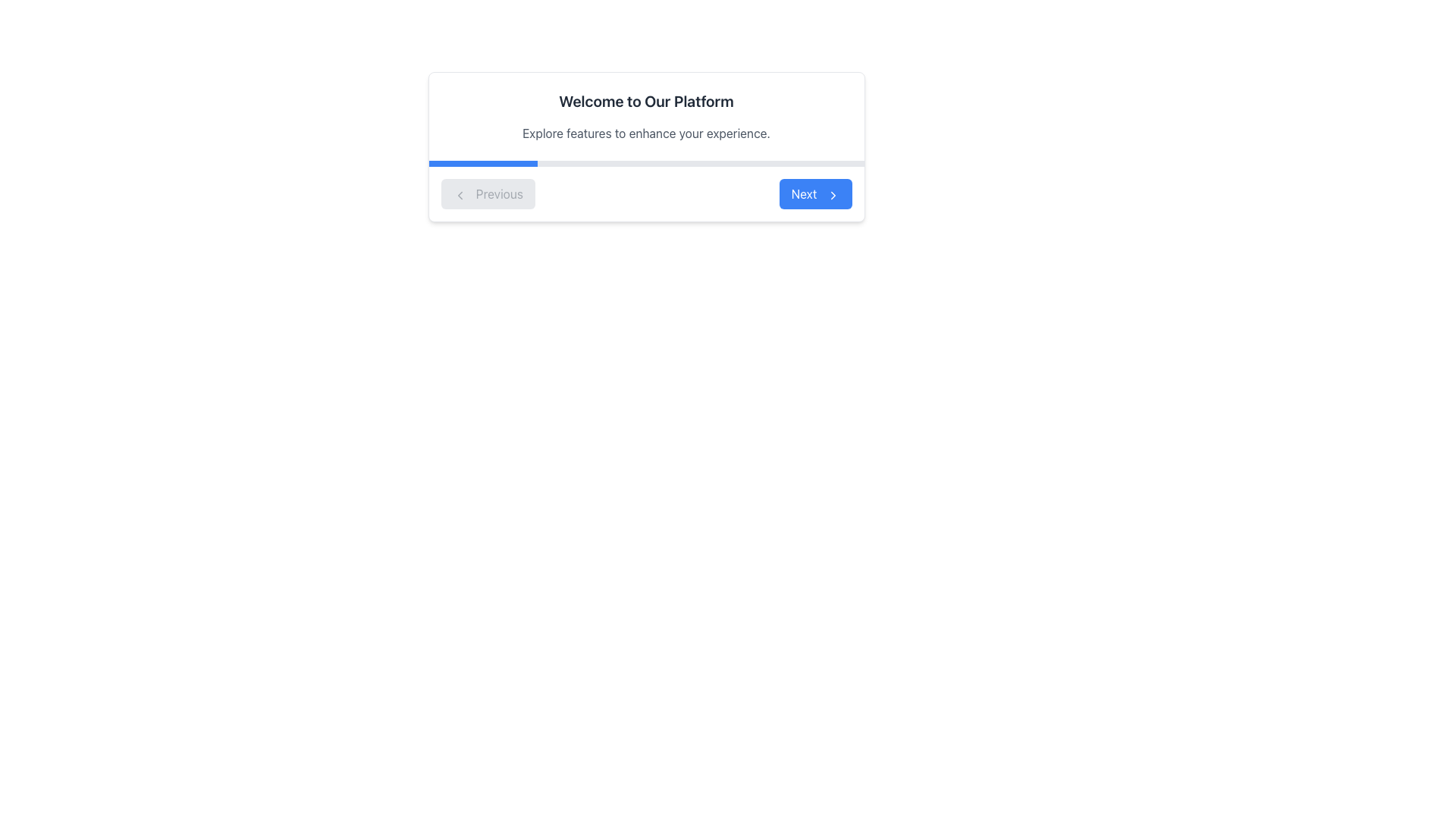  Describe the element at coordinates (646, 133) in the screenshot. I see `the Text Label displaying 'Explore features to enhance your experience.' which is located below the heading 'Welcome to Our Platform.'` at that location.